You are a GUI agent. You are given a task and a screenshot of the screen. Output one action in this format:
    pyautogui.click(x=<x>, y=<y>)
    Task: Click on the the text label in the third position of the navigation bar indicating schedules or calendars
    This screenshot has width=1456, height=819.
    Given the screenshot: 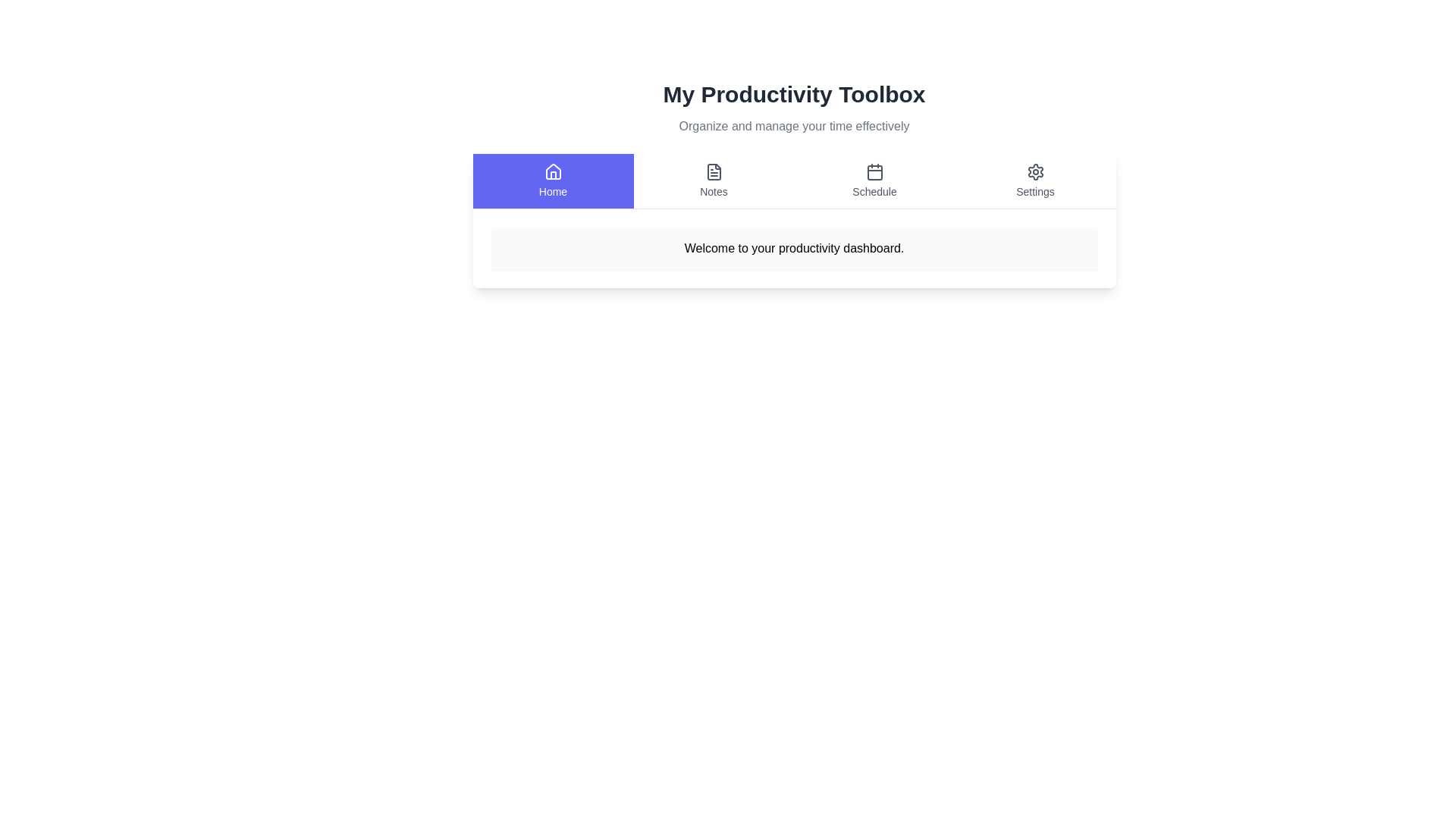 What is the action you would take?
    pyautogui.click(x=874, y=191)
    